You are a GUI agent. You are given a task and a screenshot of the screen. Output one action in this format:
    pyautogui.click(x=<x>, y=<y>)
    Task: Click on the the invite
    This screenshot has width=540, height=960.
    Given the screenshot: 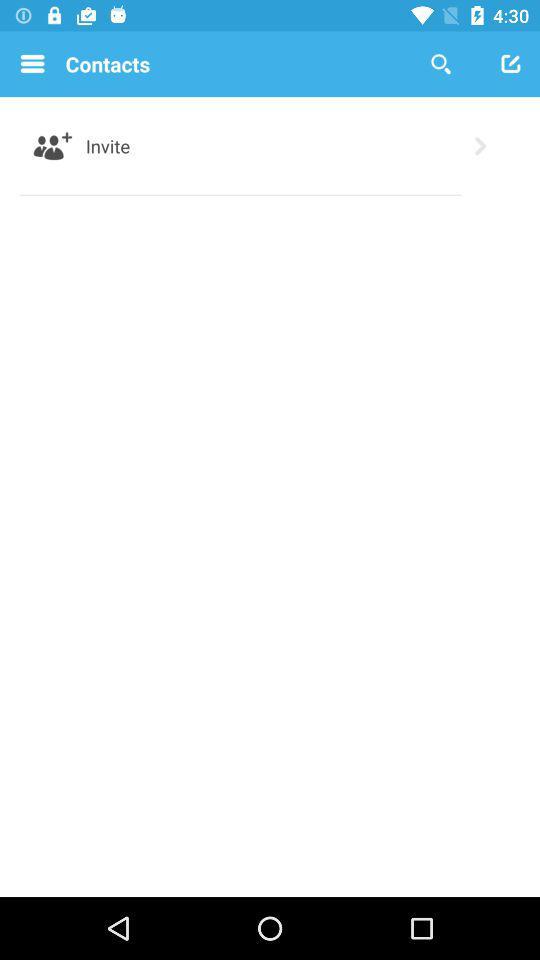 What is the action you would take?
    pyautogui.click(x=108, y=145)
    